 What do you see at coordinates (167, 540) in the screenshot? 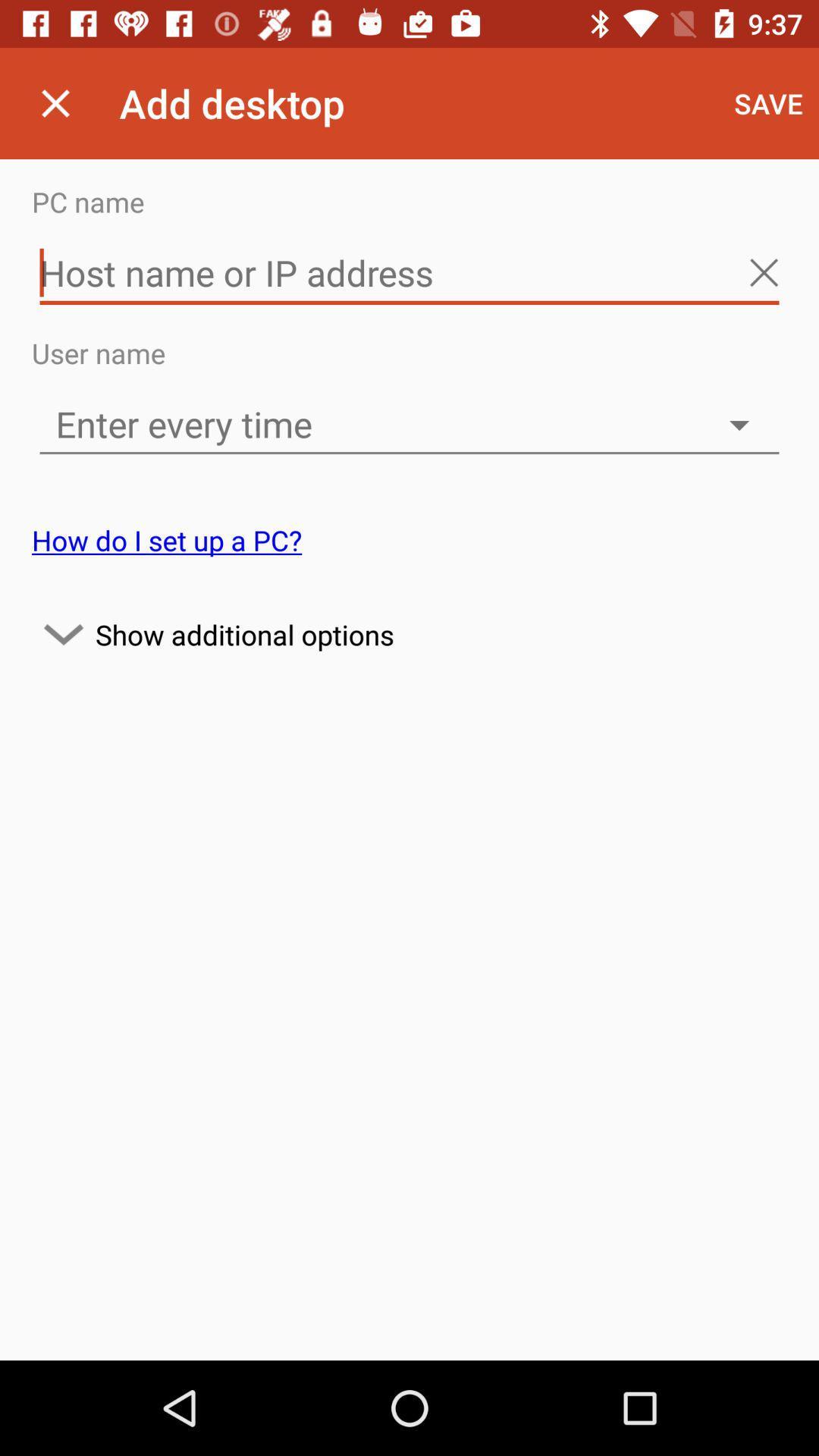
I see `item below the enter every time` at bounding box center [167, 540].